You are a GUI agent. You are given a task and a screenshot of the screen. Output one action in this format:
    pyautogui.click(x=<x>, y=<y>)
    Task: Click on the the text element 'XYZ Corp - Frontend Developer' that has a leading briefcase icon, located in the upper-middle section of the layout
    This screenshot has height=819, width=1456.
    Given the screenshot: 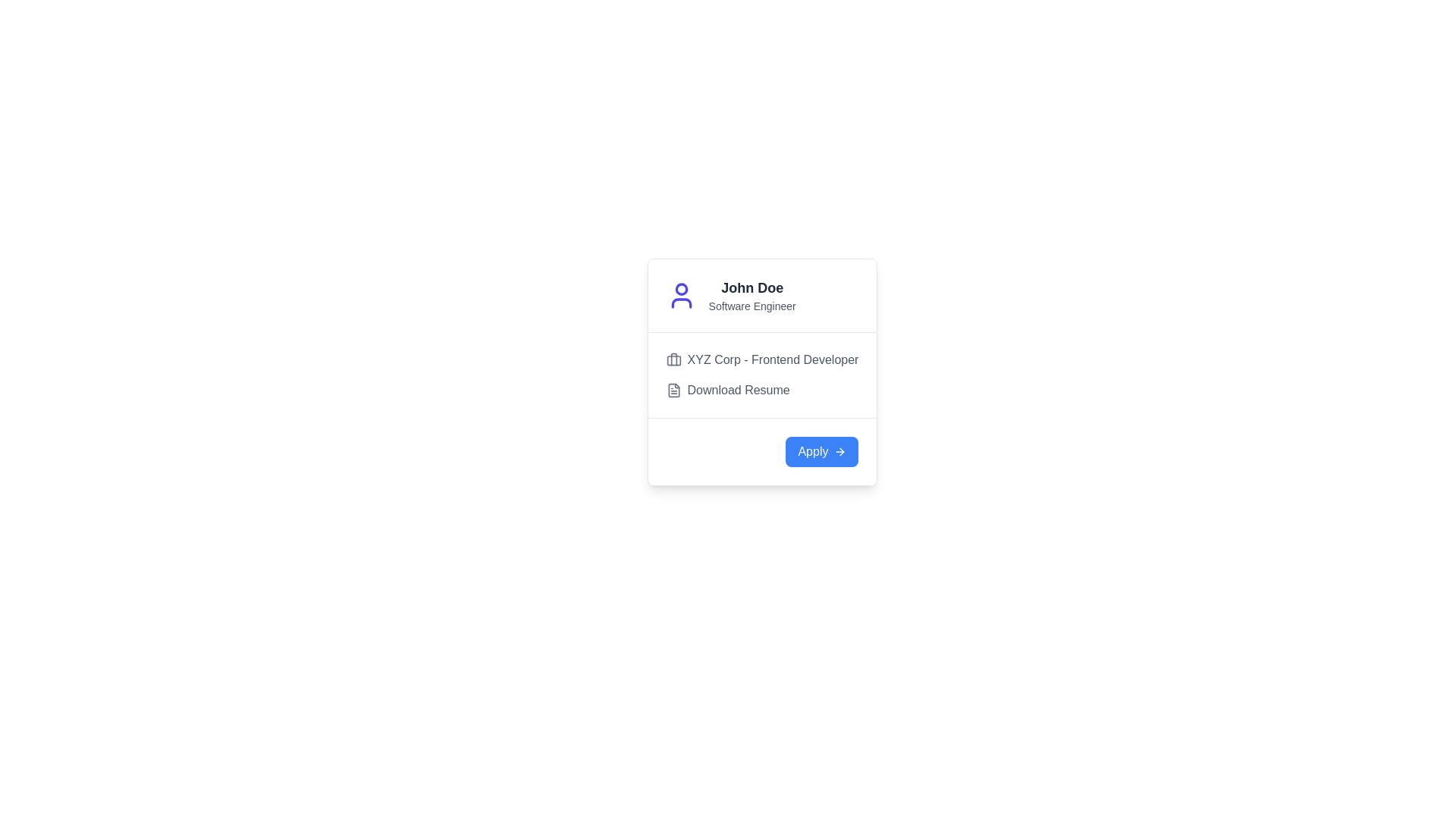 What is the action you would take?
    pyautogui.click(x=762, y=359)
    